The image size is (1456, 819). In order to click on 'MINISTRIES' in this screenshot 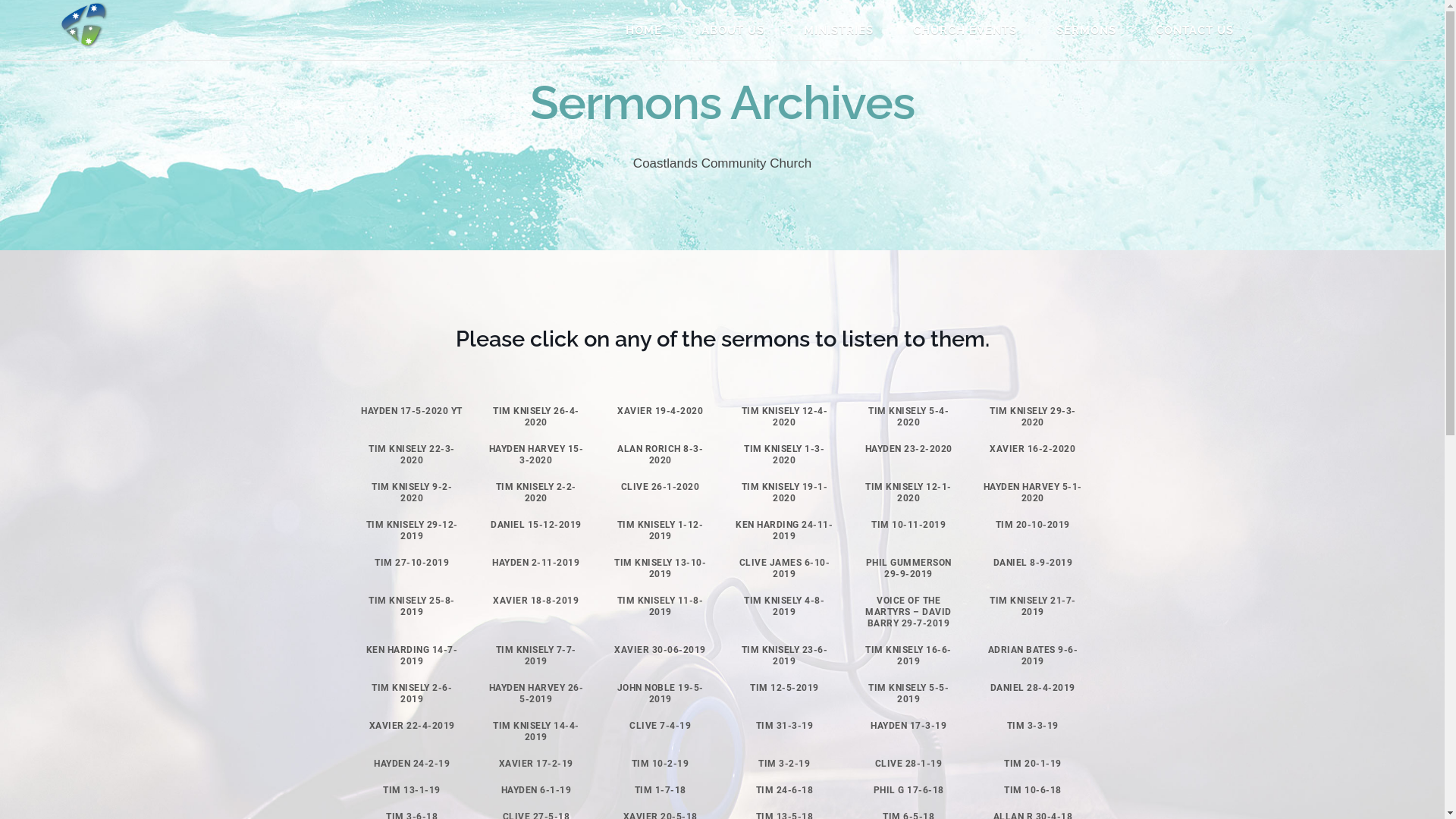, I will do `click(843, 30)`.